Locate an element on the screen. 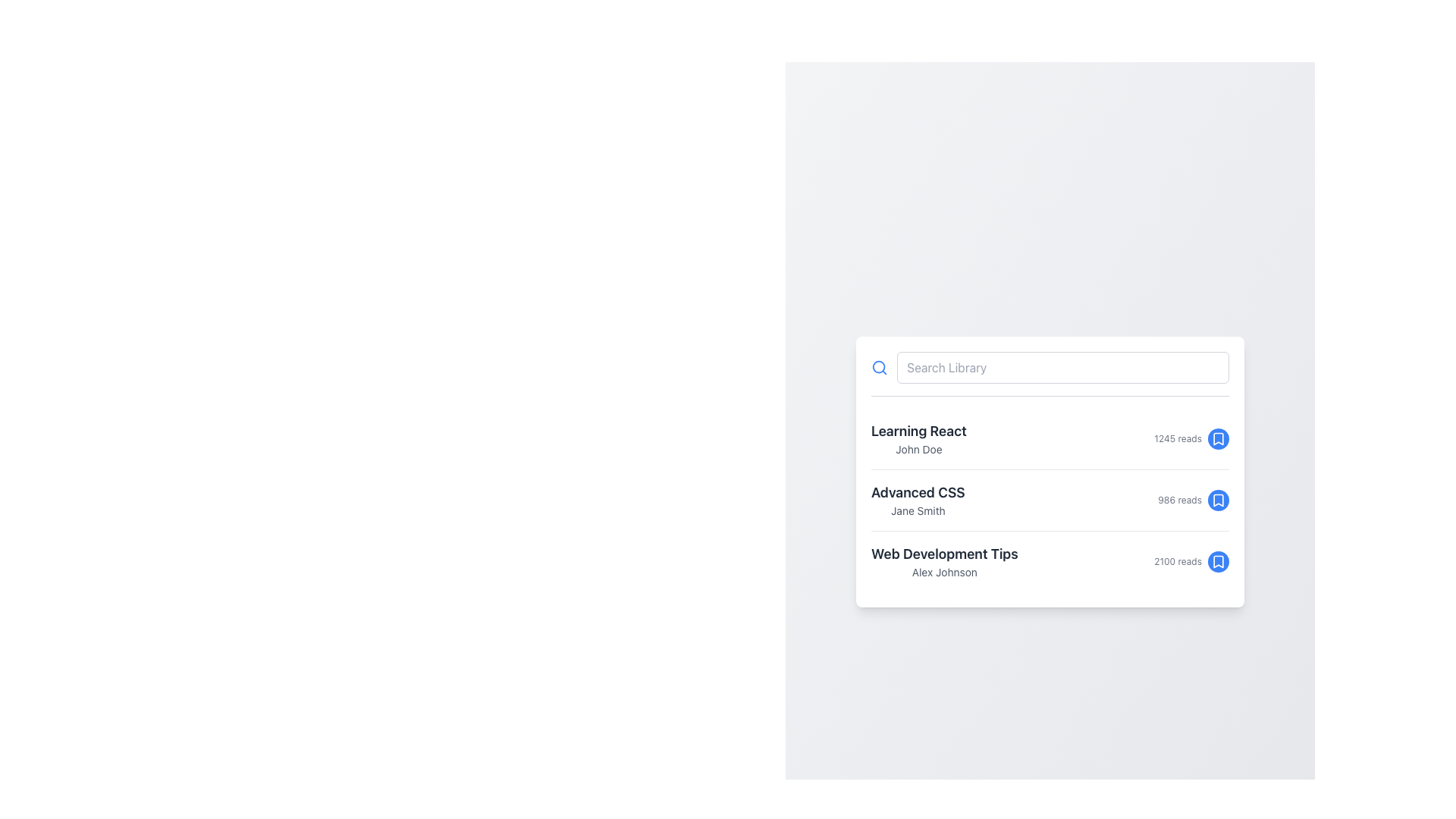 This screenshot has height=819, width=1456. the bookmark-shaped icon button with a blue background and white outline located to the far right of the 'Learning React' list item is located at coordinates (1219, 438).